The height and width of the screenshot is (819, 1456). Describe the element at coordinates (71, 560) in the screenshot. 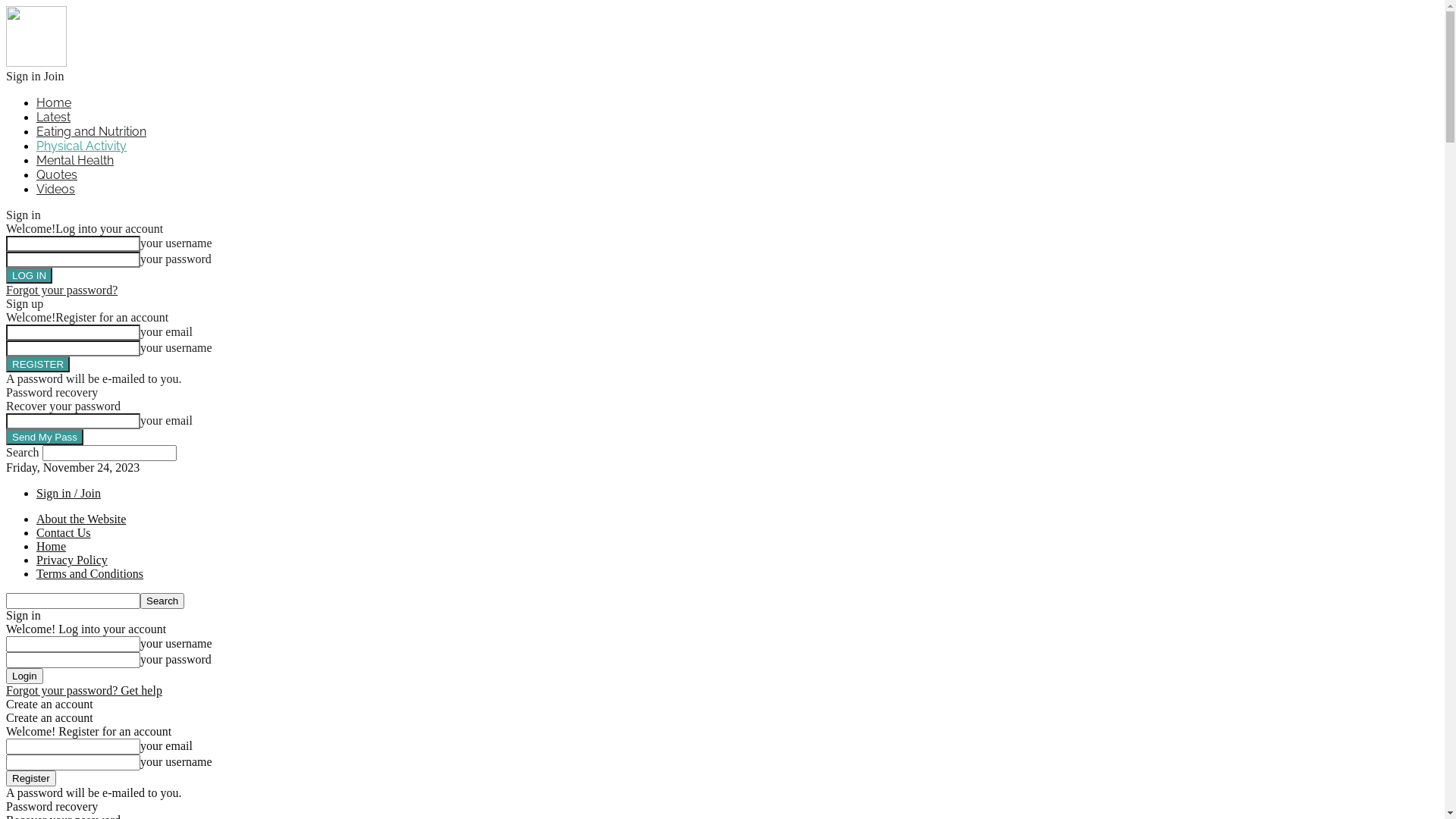

I see `'Privacy Policy'` at that location.